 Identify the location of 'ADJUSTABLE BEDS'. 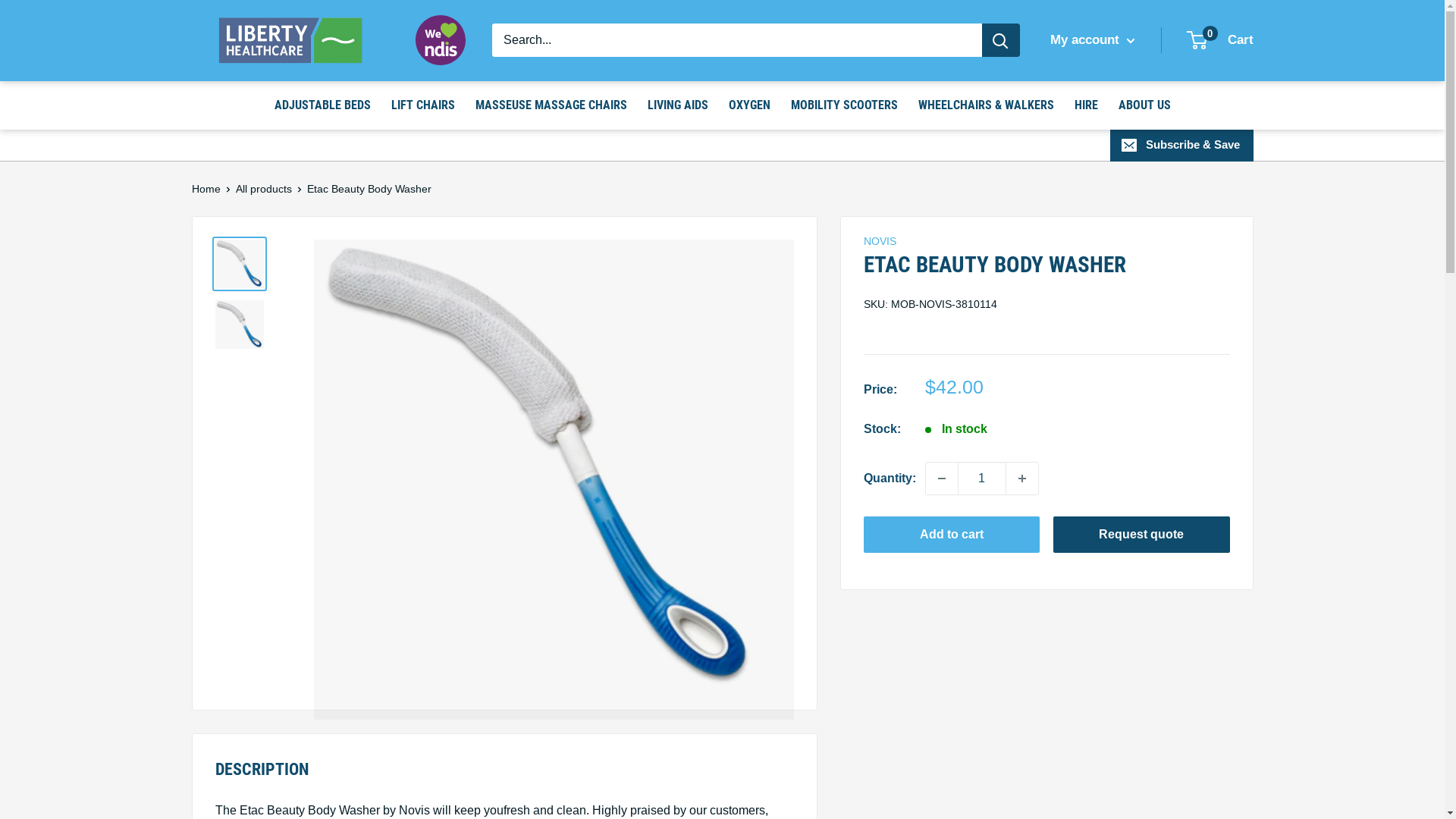
(322, 104).